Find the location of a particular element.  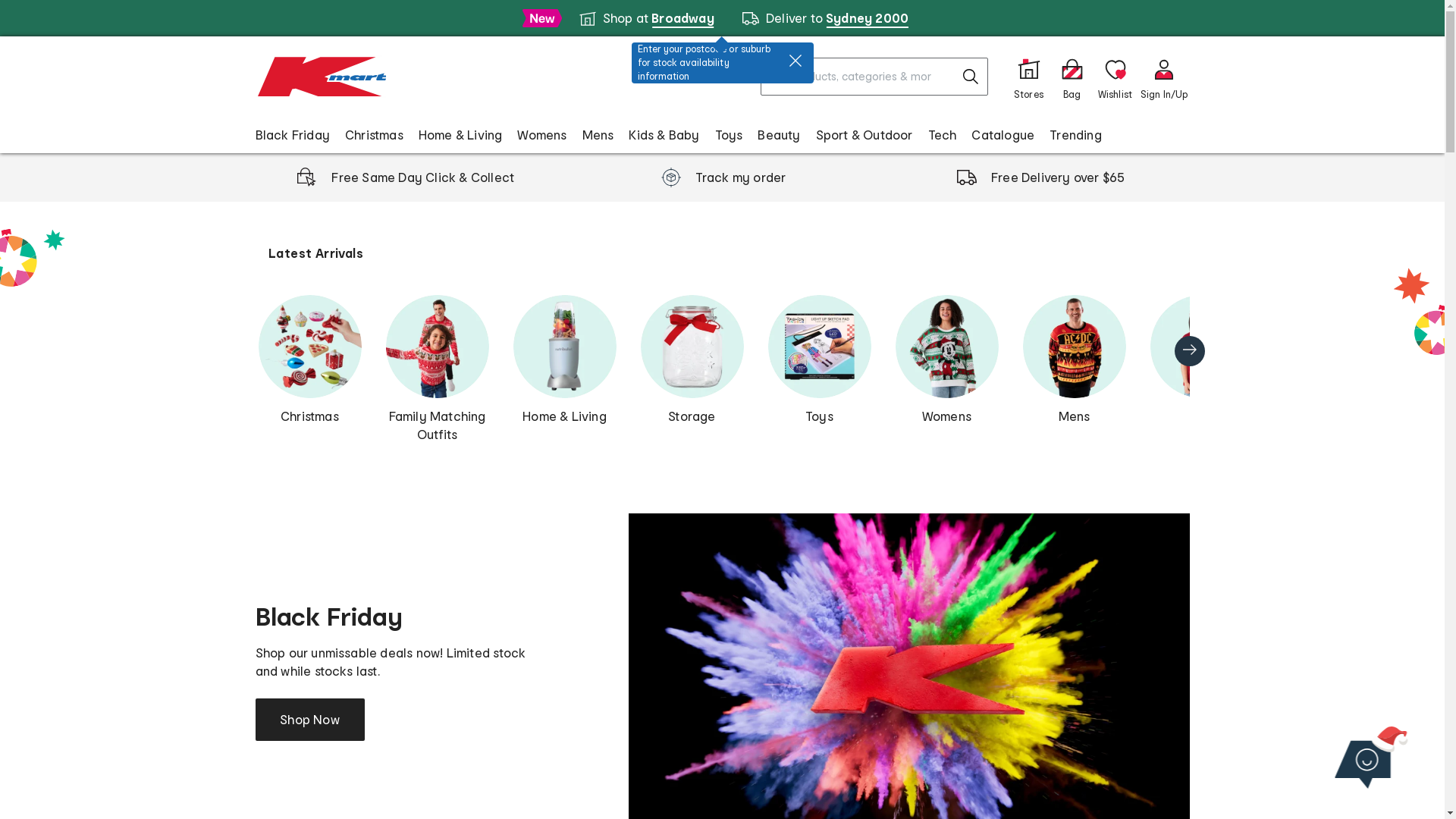

'Mens' is located at coordinates (597, 133).